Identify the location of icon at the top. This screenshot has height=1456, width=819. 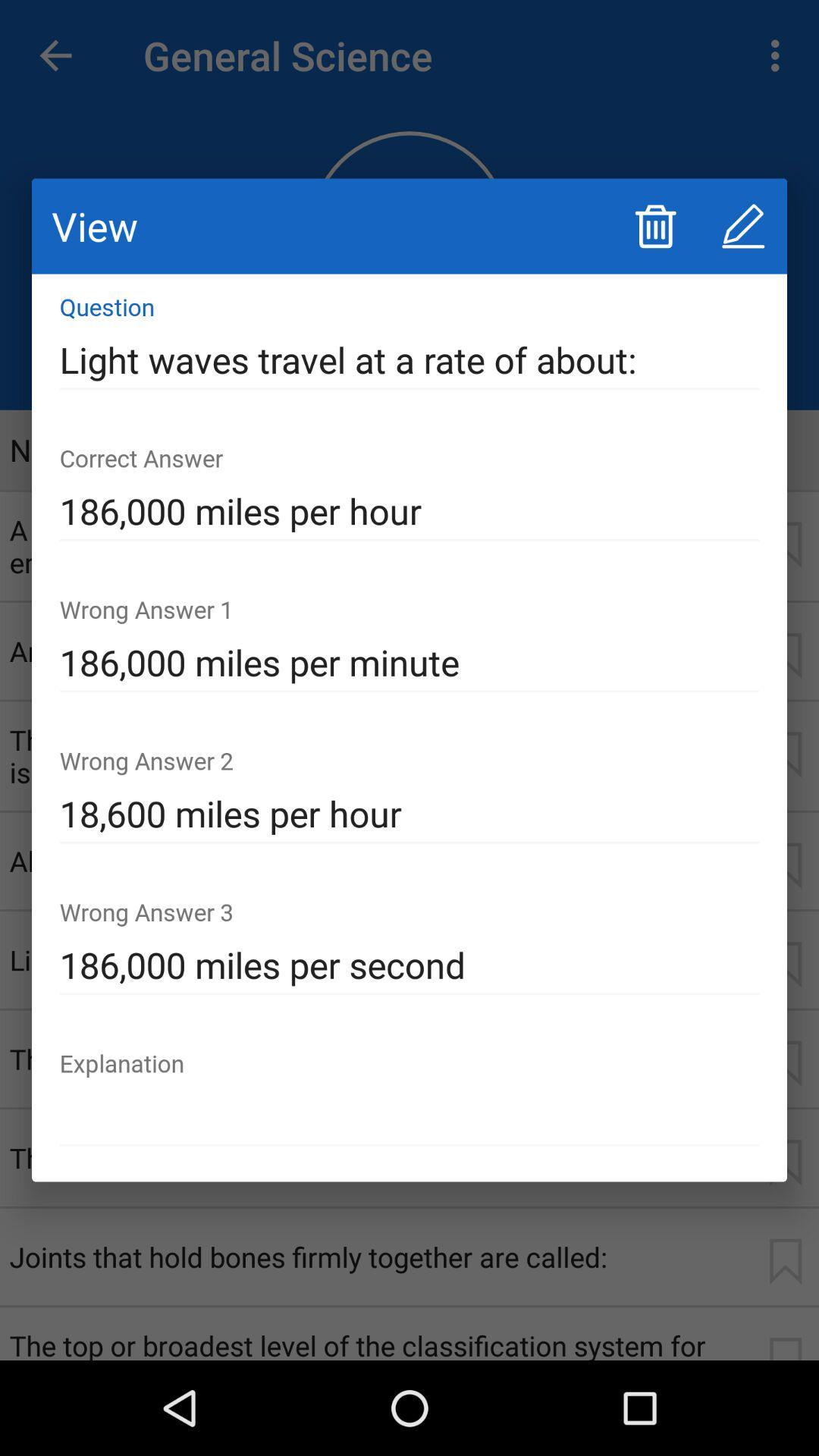
(409, 359).